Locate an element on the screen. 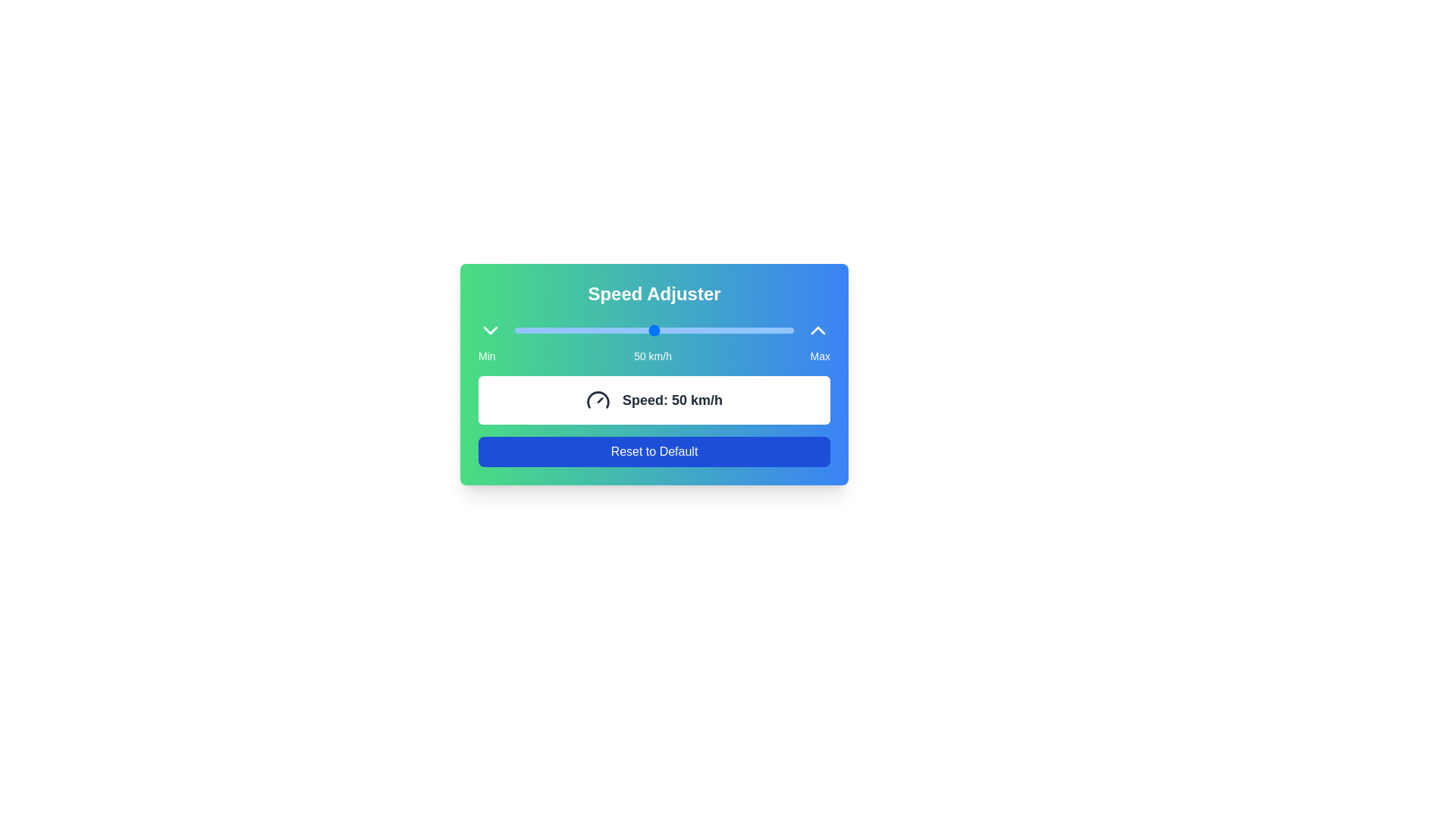 The height and width of the screenshot is (819, 1456). the Static Label displaying 'Max' in white on a blue background, located at the bottom-right of the gradient card for the 'Speed Adjuster' interface is located at coordinates (819, 356).